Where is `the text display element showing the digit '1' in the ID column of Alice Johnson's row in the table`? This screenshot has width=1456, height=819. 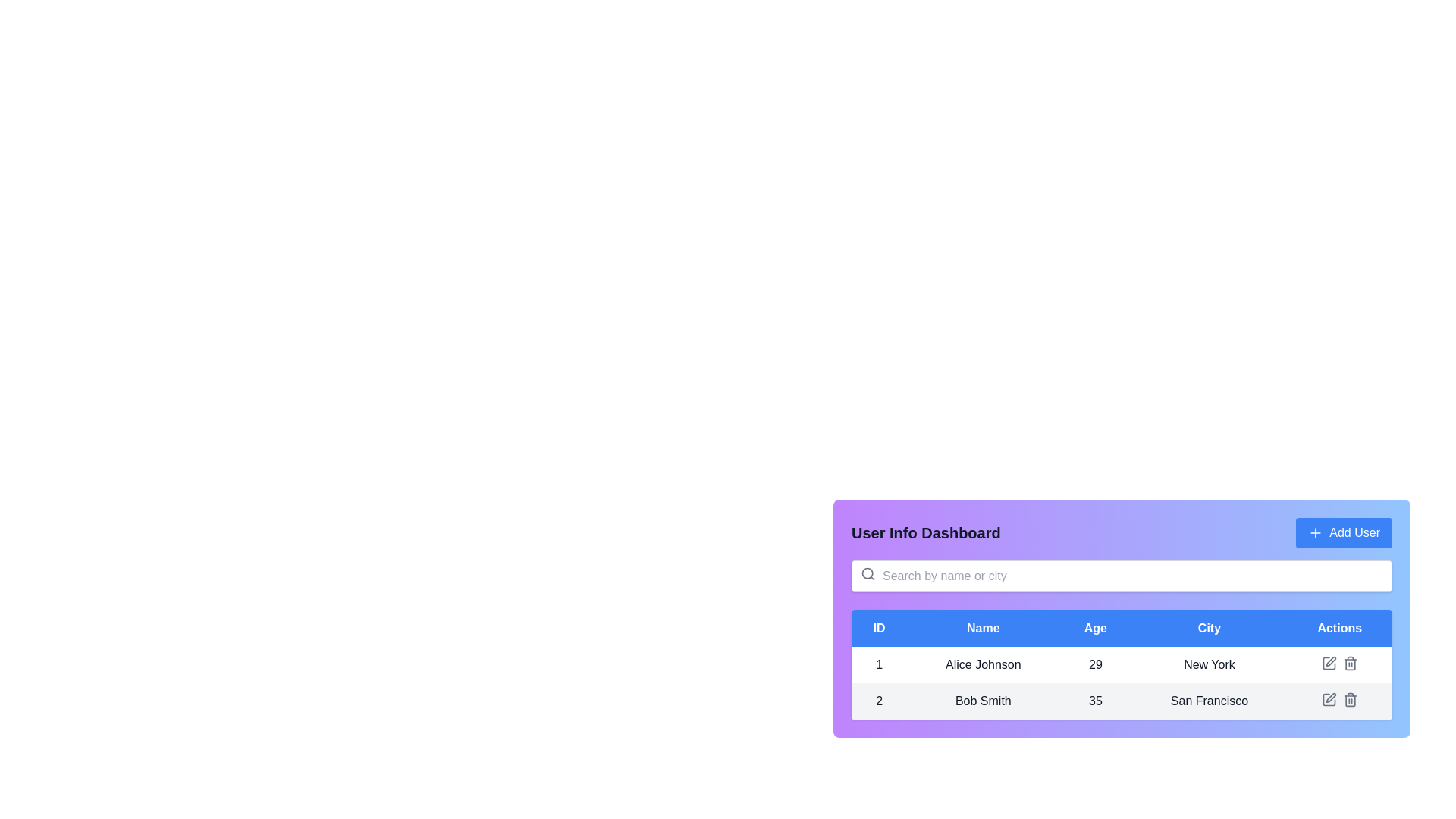
the text display element showing the digit '1' in the ID column of Alice Johnson's row in the table is located at coordinates (879, 664).